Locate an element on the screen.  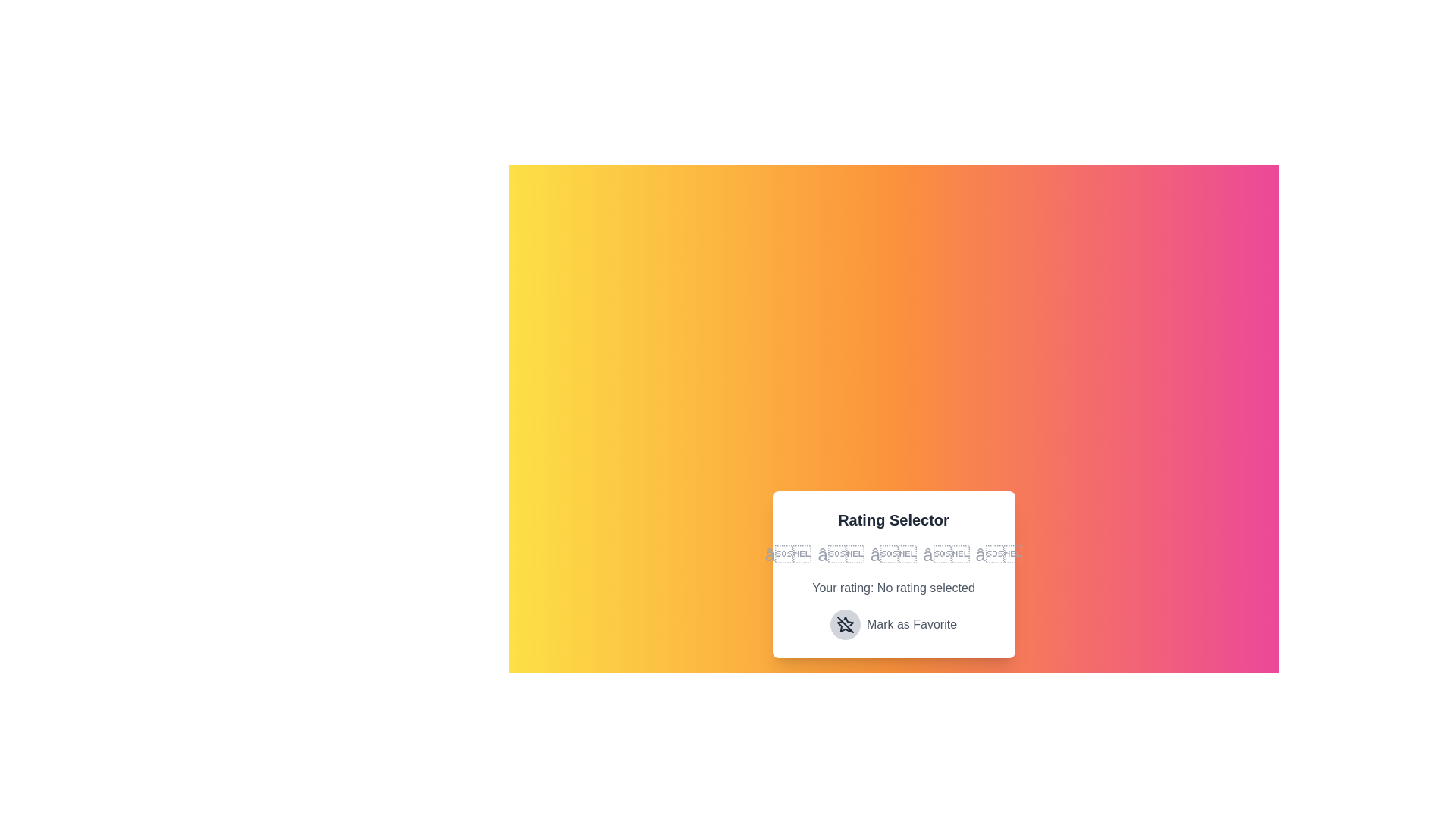
the star button to mark the item as a favorite, which toggles its state from gray to active is located at coordinates (844, 625).